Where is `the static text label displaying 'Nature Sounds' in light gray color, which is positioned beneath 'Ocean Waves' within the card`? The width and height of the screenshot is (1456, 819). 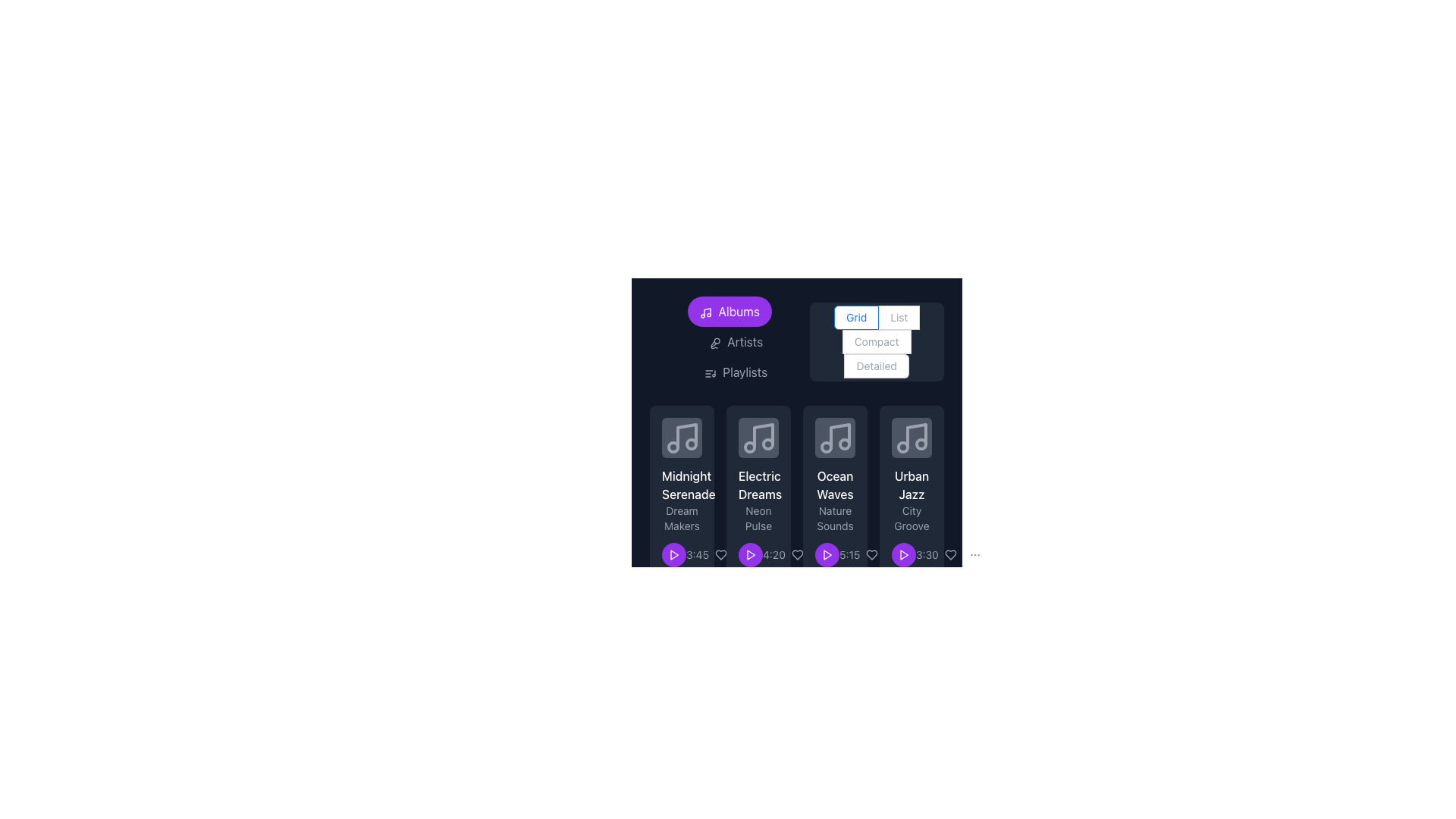 the static text label displaying 'Nature Sounds' in light gray color, which is positioned beneath 'Ocean Waves' within the card is located at coordinates (834, 517).